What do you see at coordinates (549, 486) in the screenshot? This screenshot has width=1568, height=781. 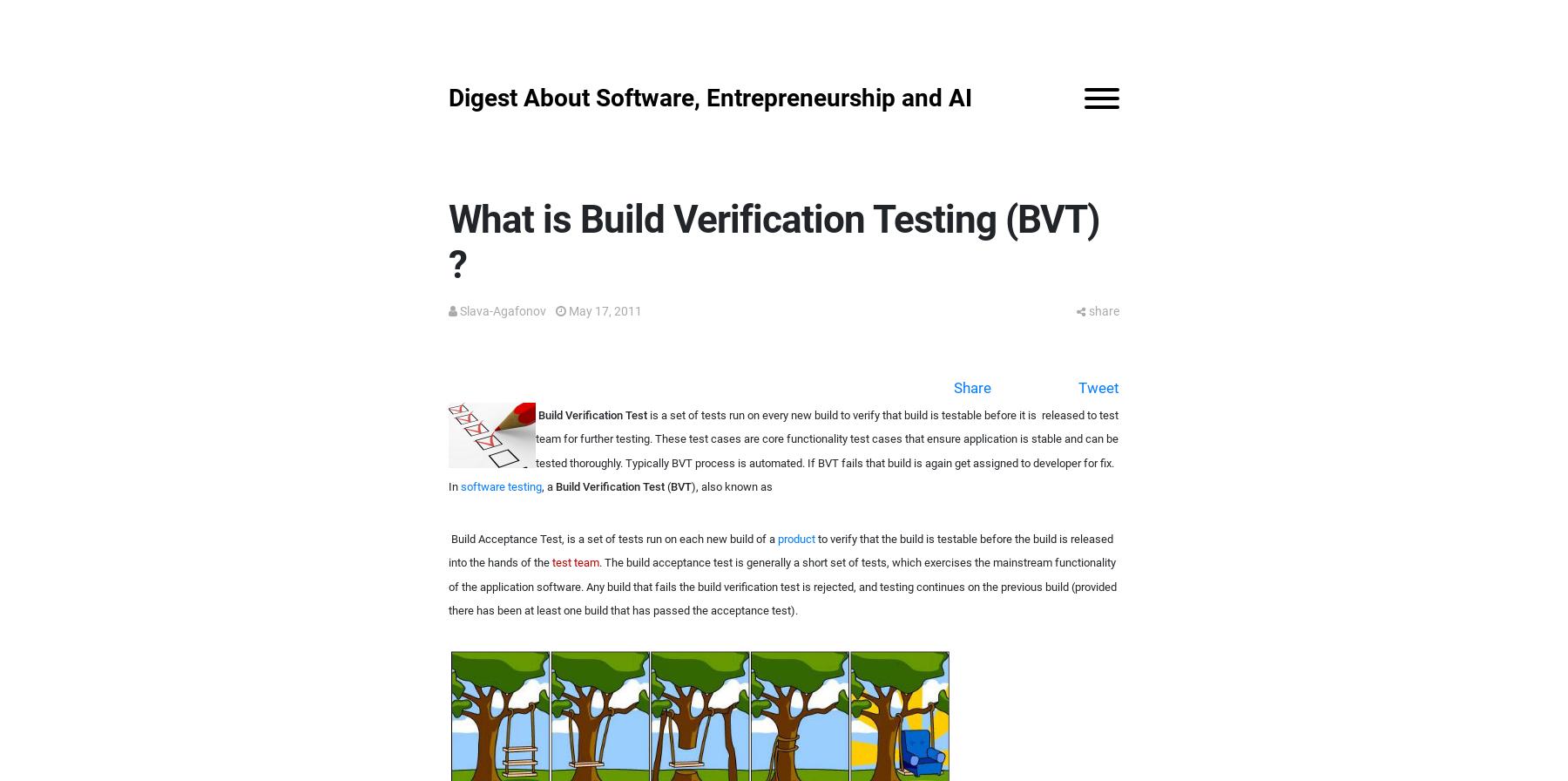 I see `', a'` at bounding box center [549, 486].